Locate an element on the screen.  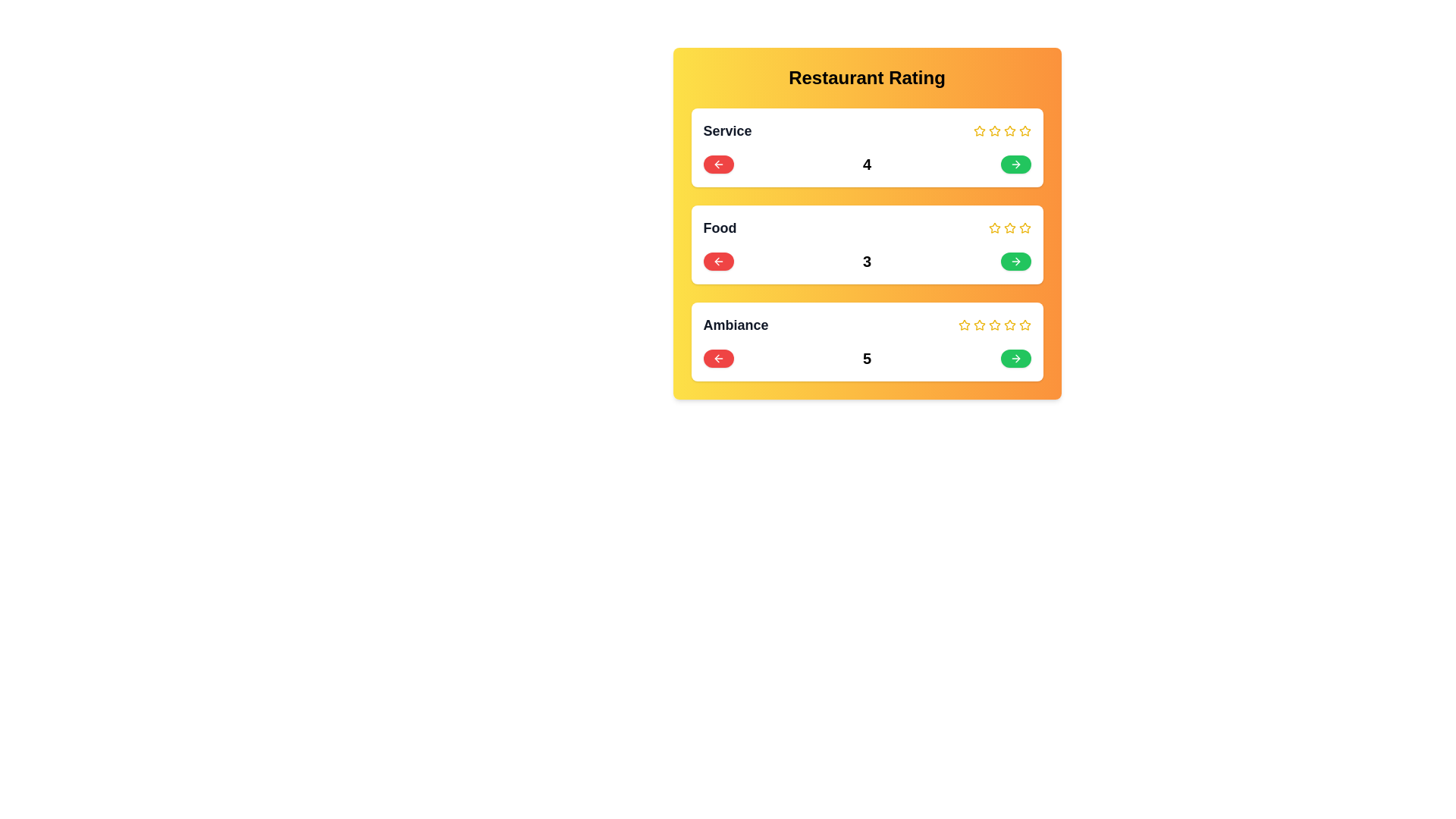
the fourth yellow star icon in the Ambiance rating row is located at coordinates (1009, 324).